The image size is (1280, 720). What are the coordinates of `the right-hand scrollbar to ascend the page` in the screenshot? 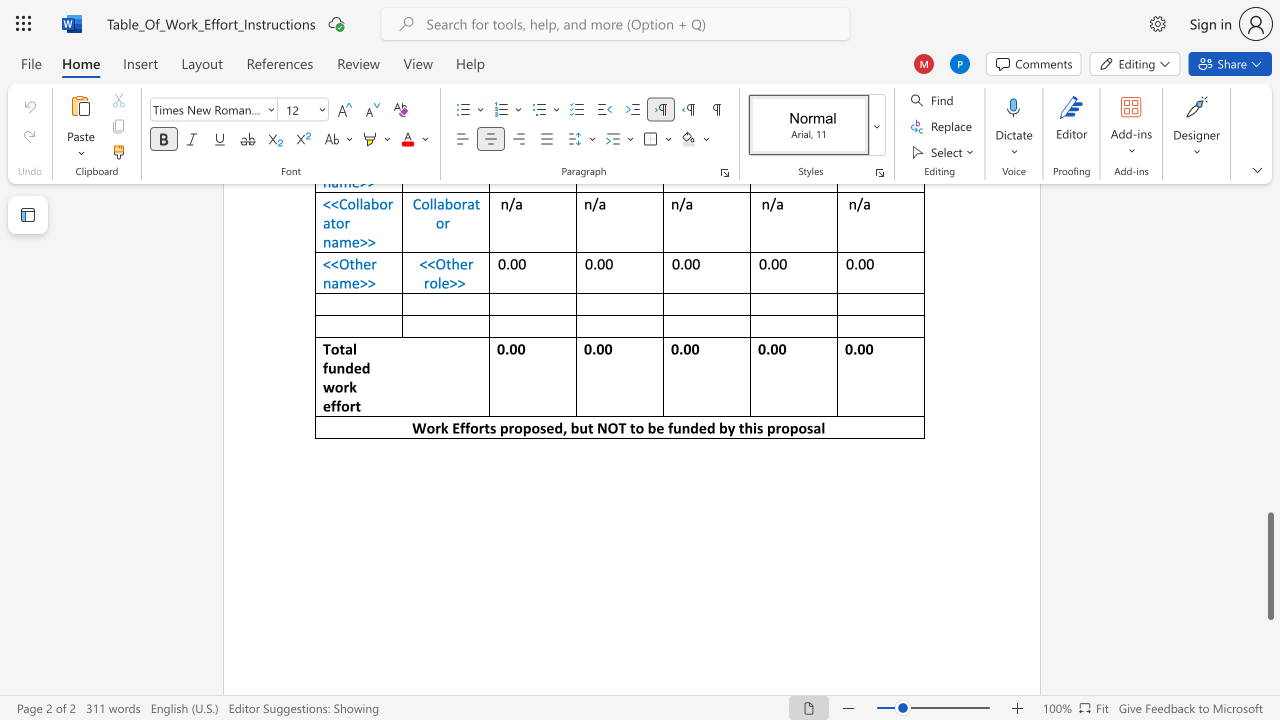 It's located at (1269, 480).